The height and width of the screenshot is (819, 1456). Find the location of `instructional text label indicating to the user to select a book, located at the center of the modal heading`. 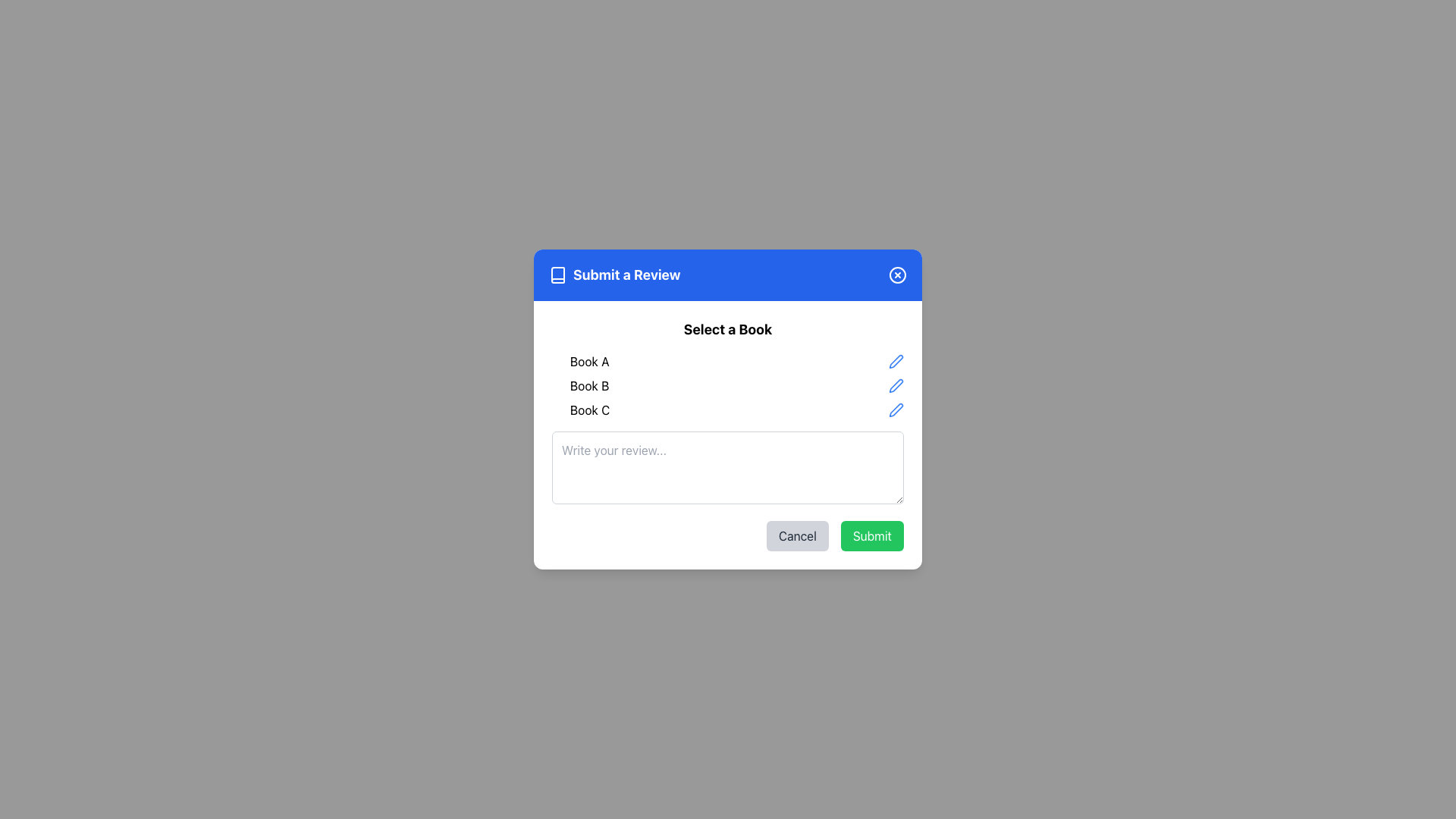

instructional text label indicating to the user to select a book, located at the center of the modal heading is located at coordinates (728, 329).